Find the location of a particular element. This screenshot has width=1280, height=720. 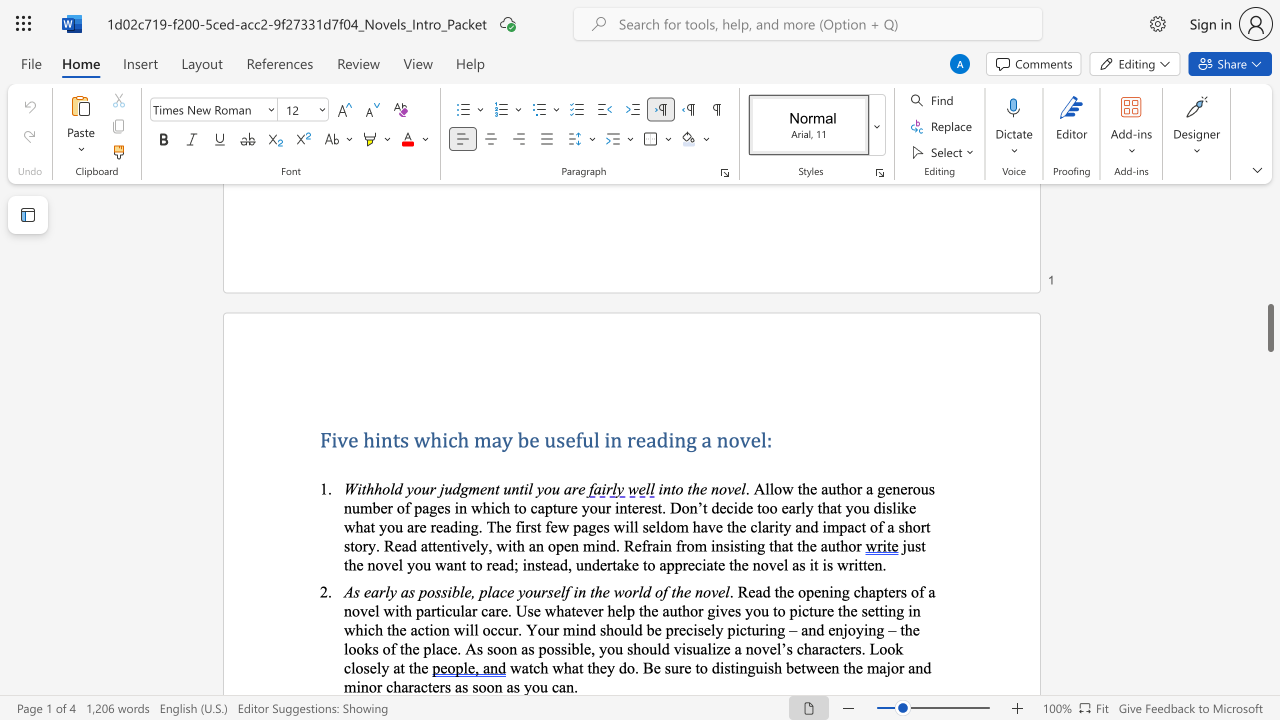

the 1th character "u" in the text is located at coordinates (550, 438).